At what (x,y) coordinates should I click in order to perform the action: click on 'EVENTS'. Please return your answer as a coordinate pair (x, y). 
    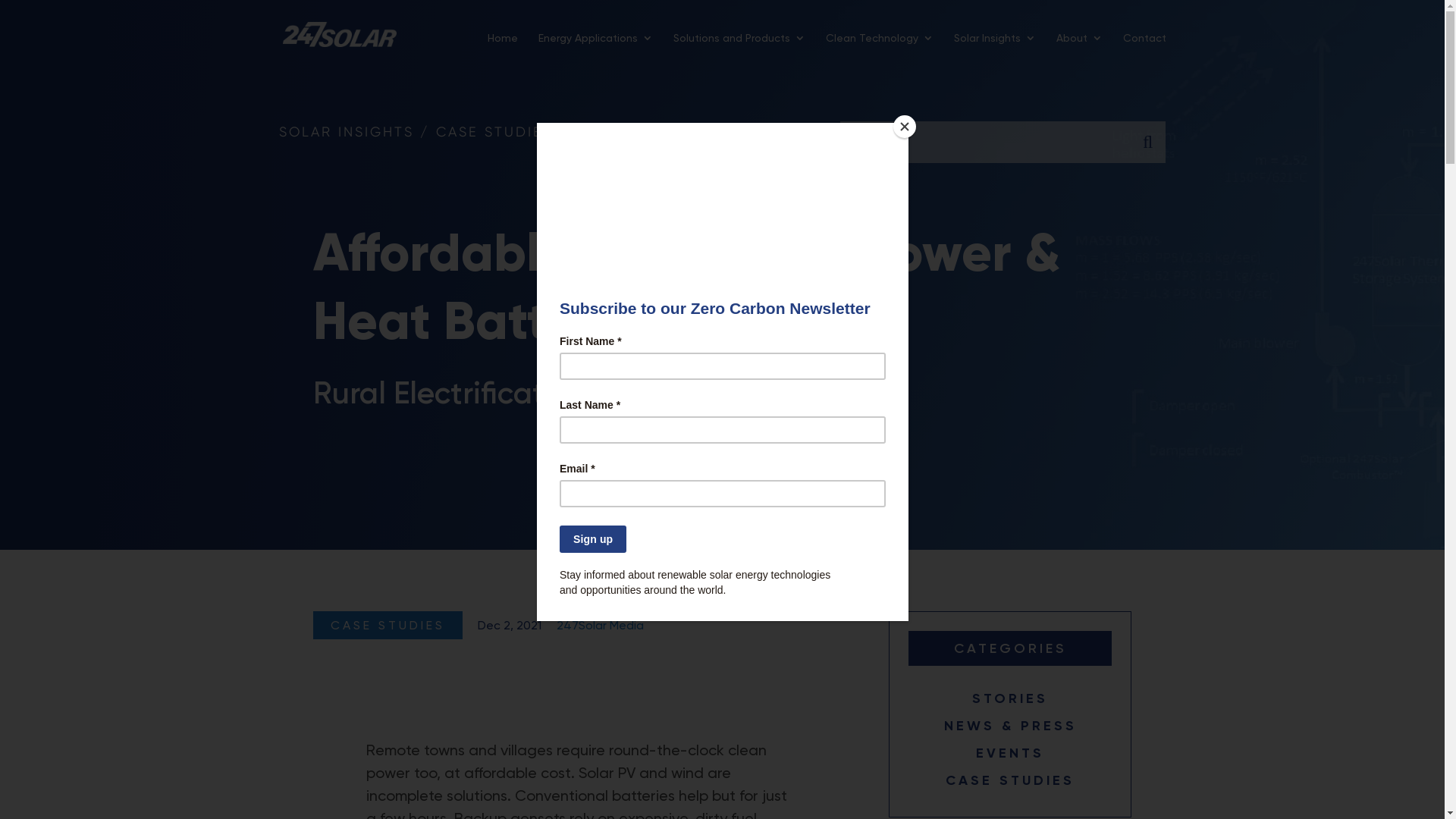
    Looking at the image, I should click on (1009, 752).